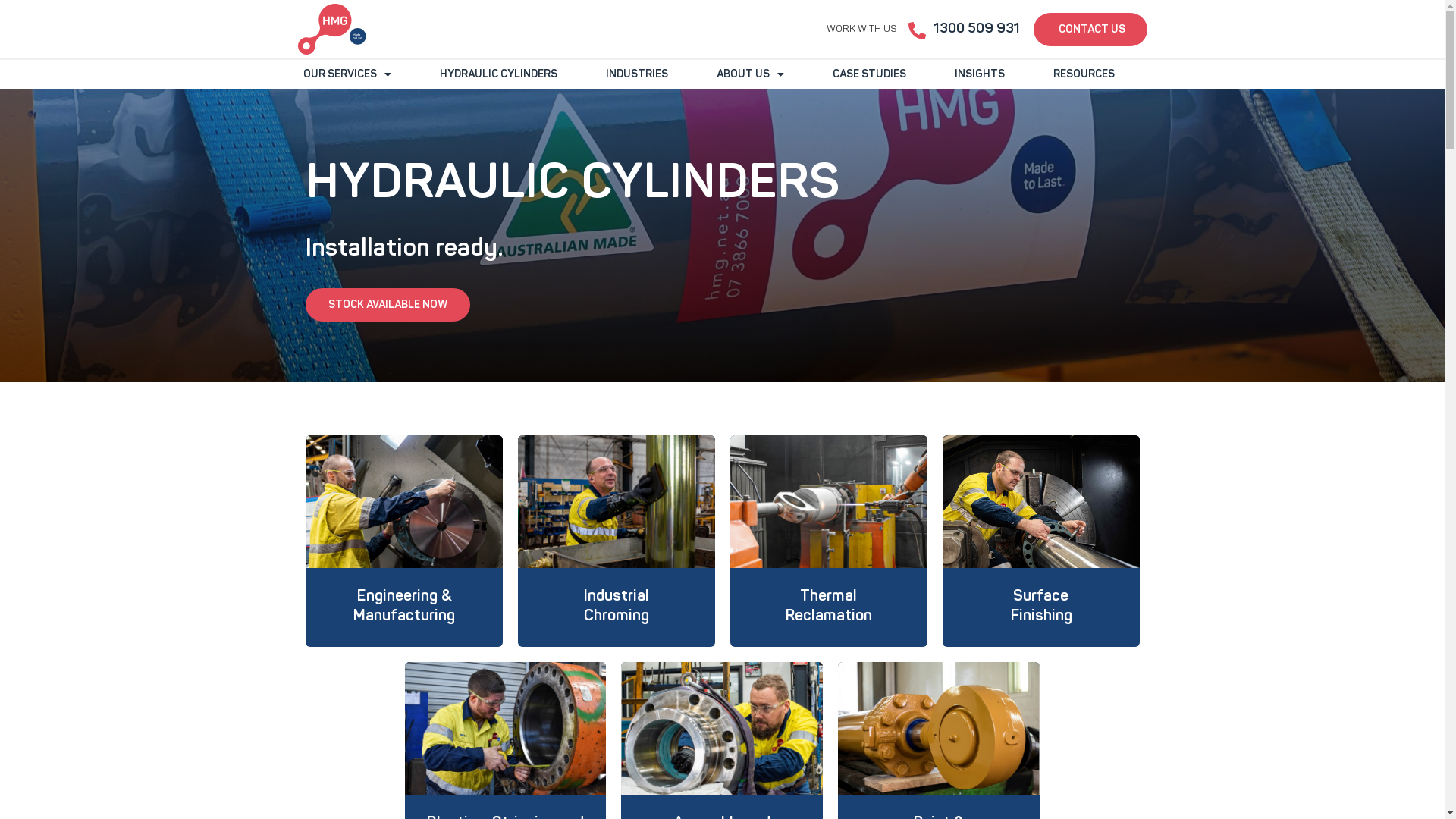  I want to click on 'WORK WITH US', so click(861, 29).